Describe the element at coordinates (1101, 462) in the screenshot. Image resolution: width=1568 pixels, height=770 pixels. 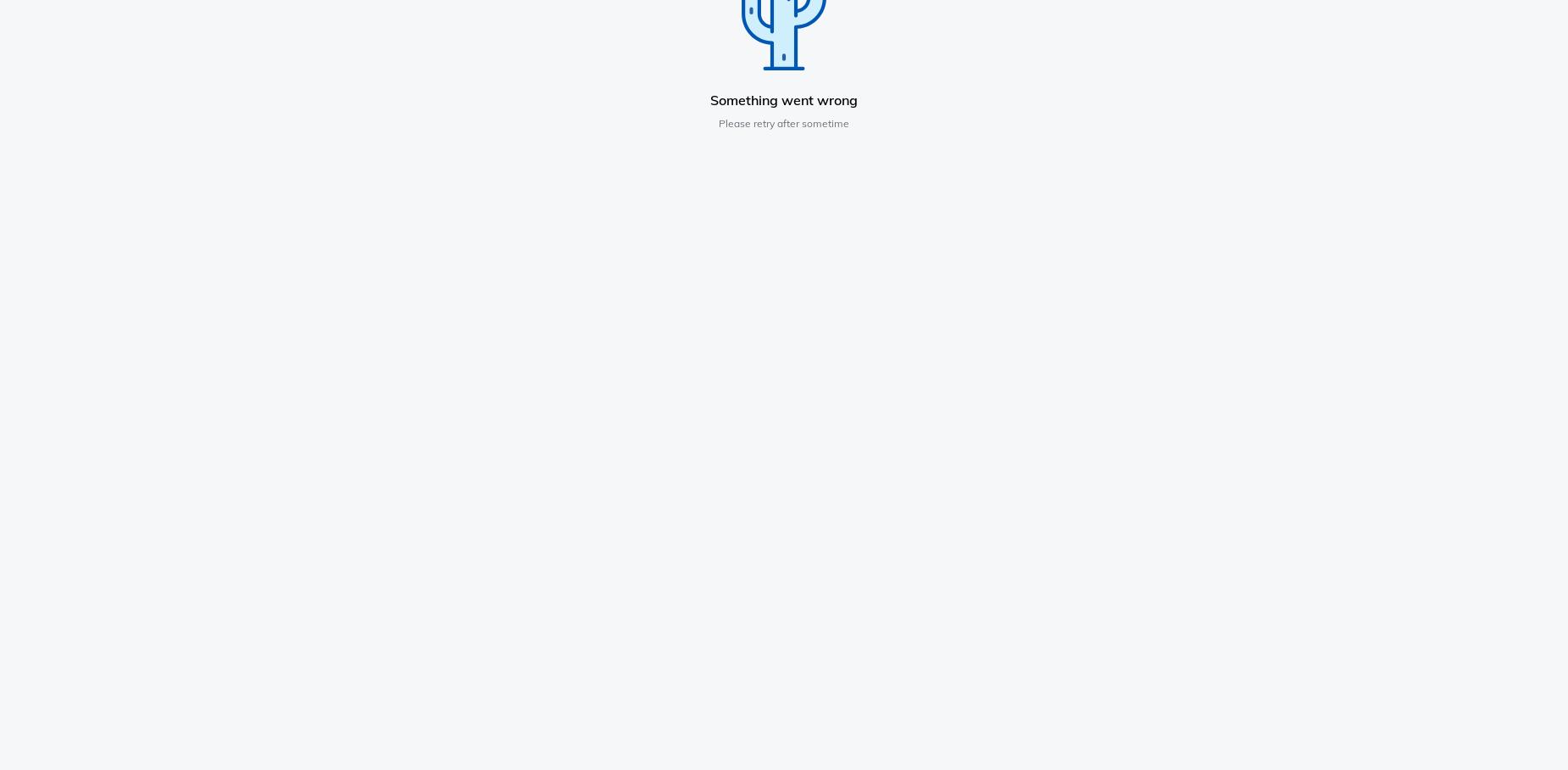
I see `'UTI Mutual Fund'` at that location.